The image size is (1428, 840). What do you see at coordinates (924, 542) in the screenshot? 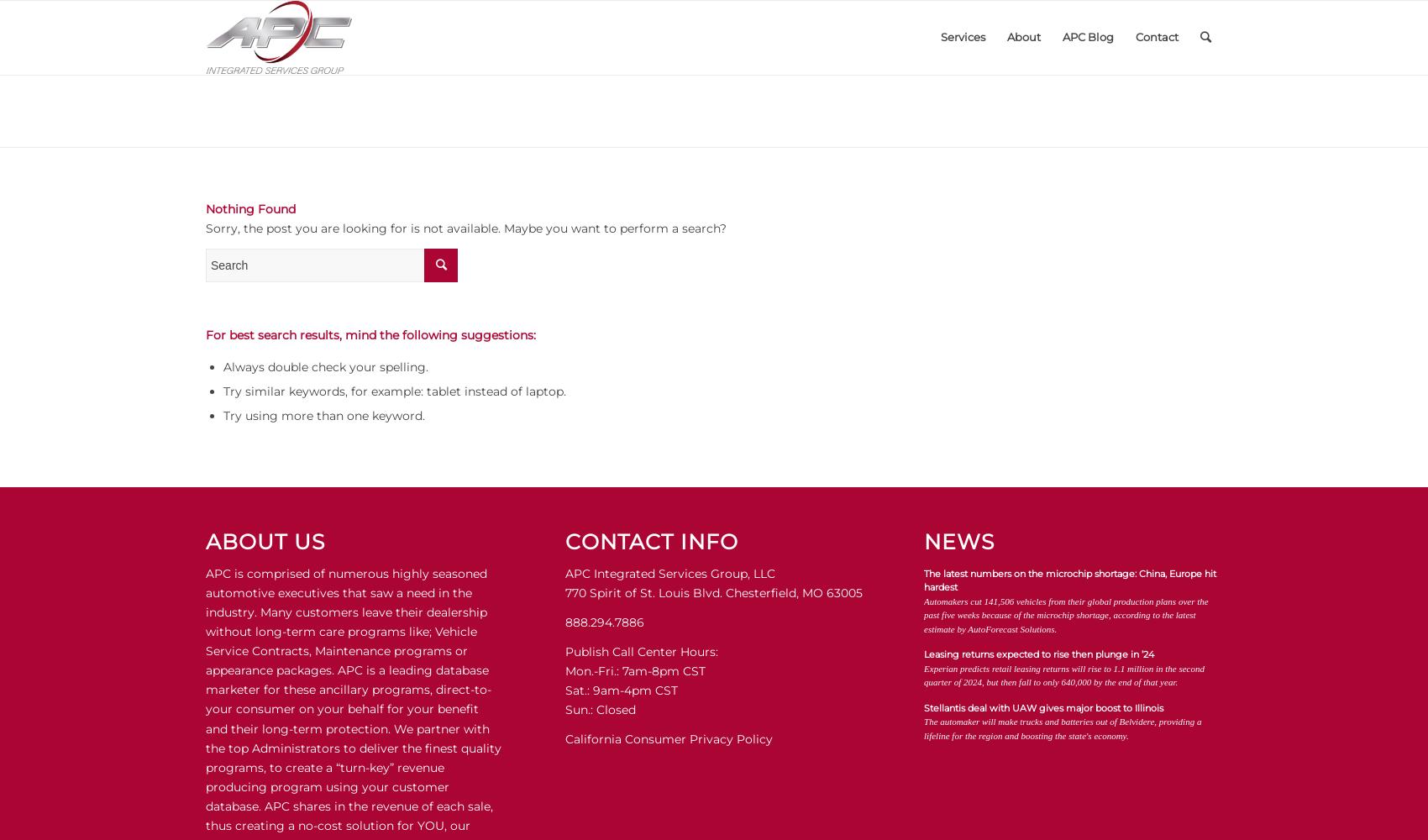
I see `'News'` at bounding box center [924, 542].